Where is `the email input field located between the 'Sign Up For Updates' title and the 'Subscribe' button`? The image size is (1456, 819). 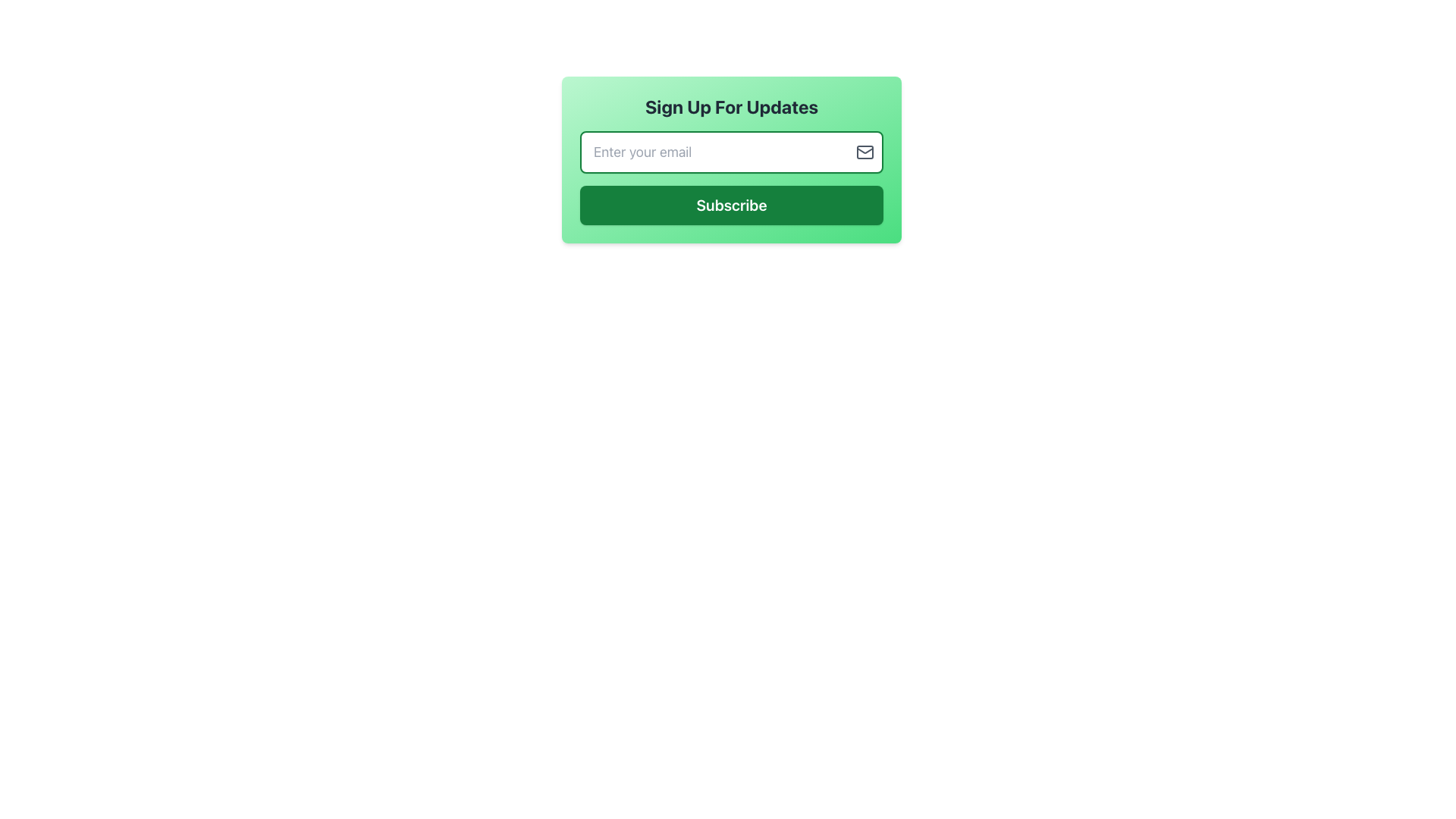
the email input field located between the 'Sign Up For Updates' title and the 'Subscribe' button is located at coordinates (731, 152).